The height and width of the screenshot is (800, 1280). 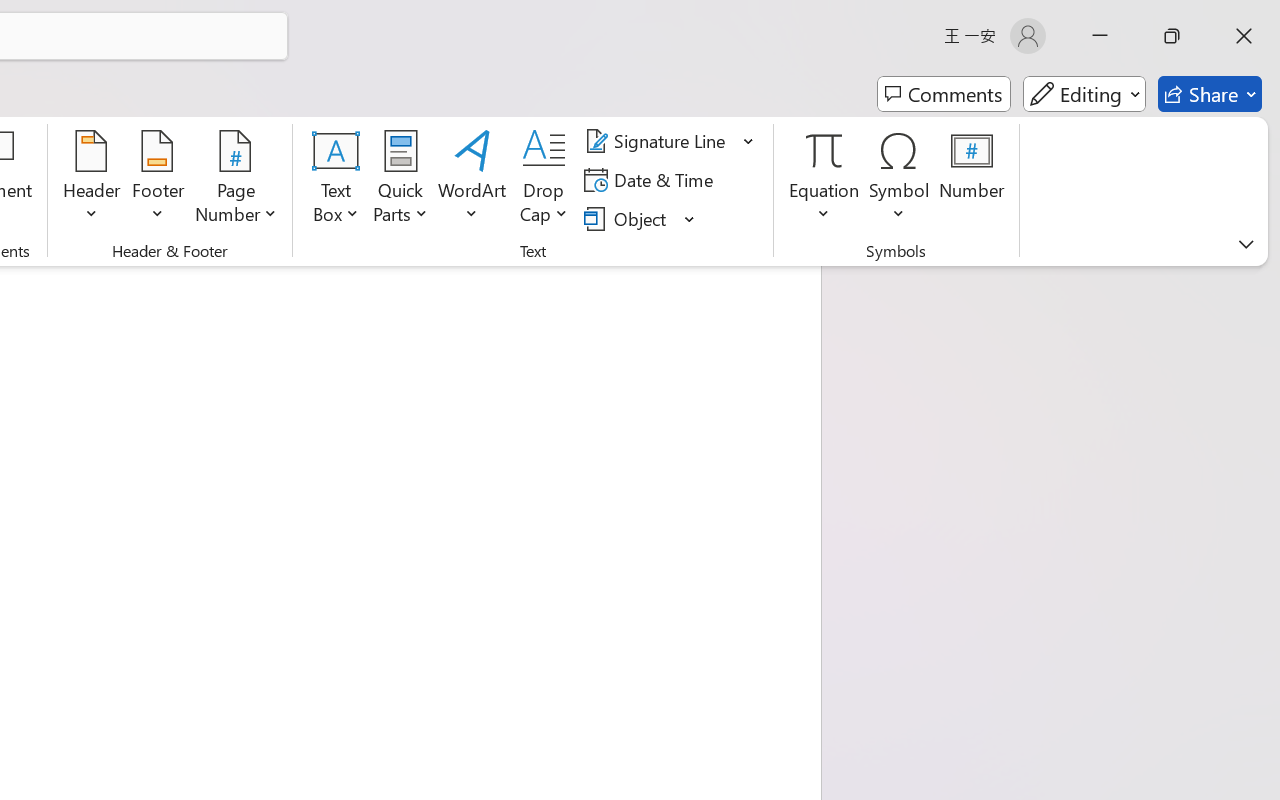 What do you see at coordinates (1083, 94) in the screenshot?
I see `'Mode'` at bounding box center [1083, 94].